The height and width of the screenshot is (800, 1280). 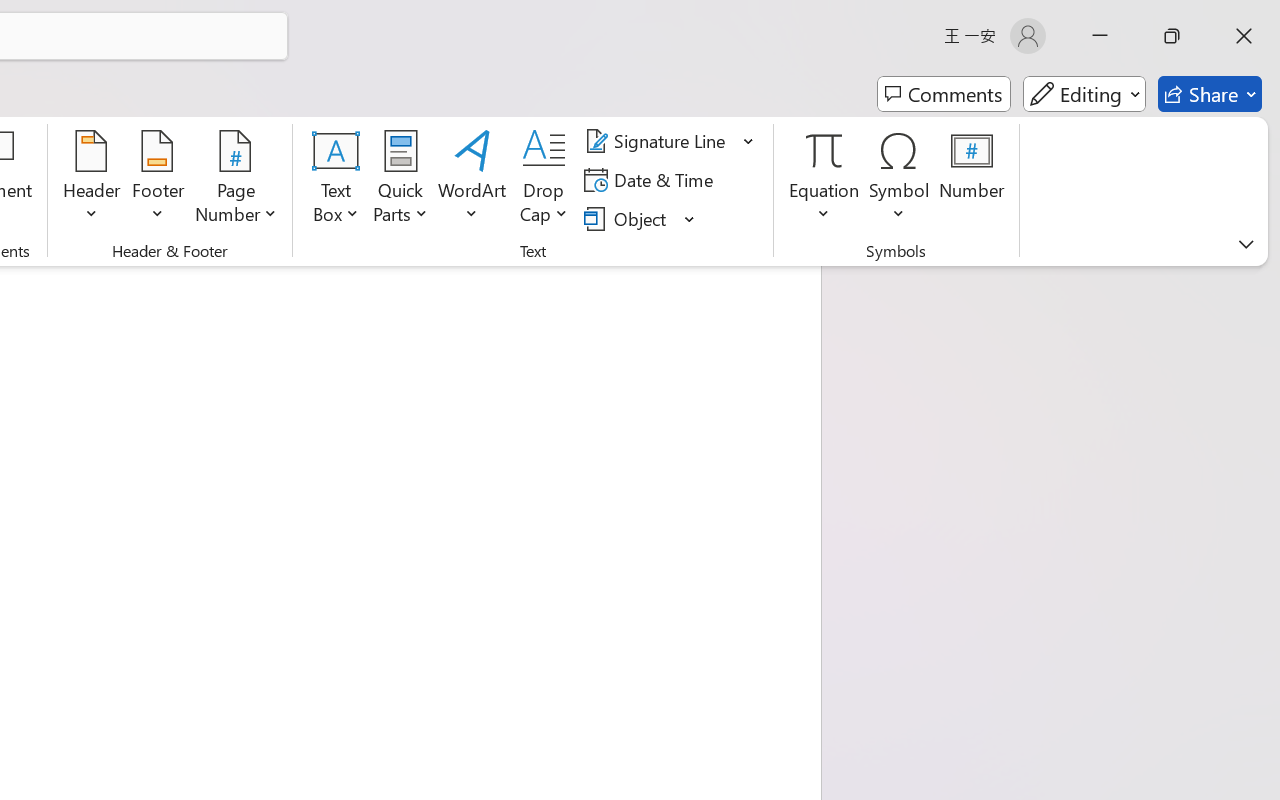 What do you see at coordinates (1083, 94) in the screenshot?
I see `'Mode'` at bounding box center [1083, 94].